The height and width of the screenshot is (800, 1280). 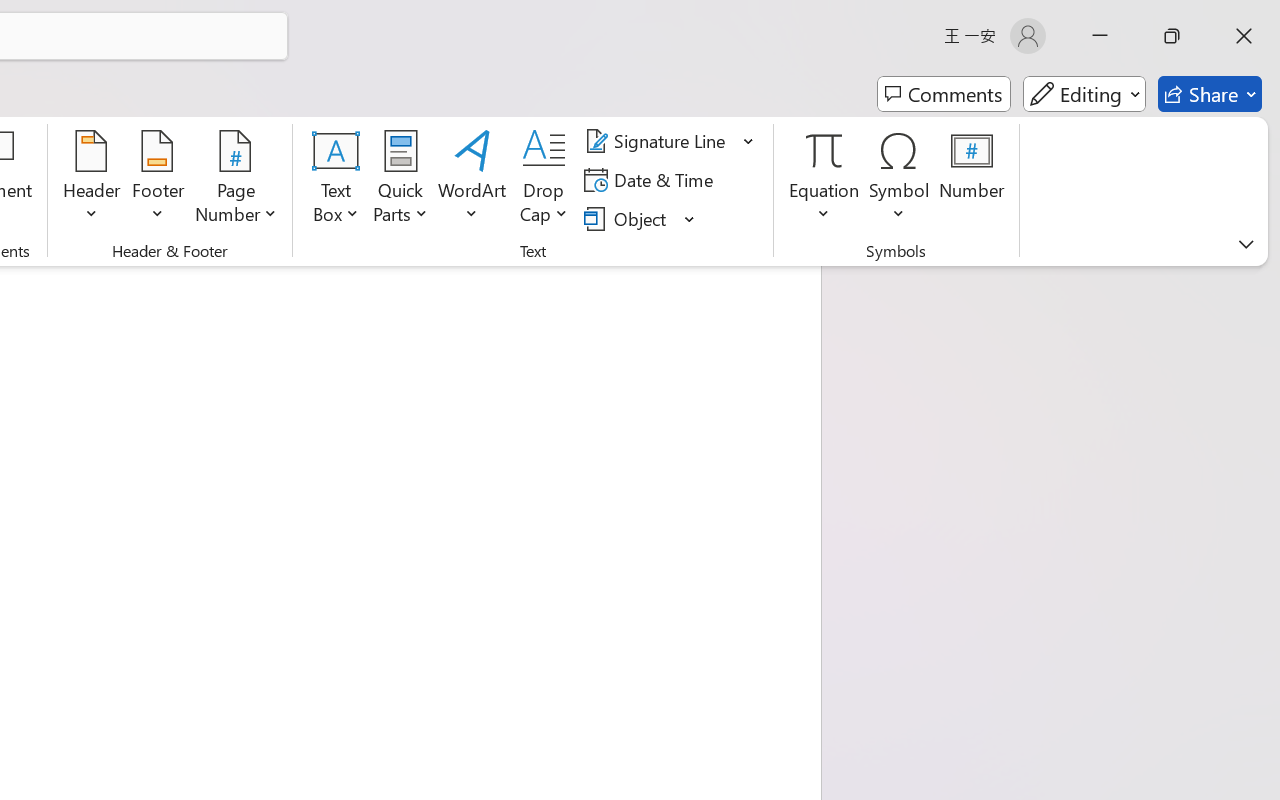 What do you see at coordinates (1083, 94) in the screenshot?
I see `'Mode'` at bounding box center [1083, 94].